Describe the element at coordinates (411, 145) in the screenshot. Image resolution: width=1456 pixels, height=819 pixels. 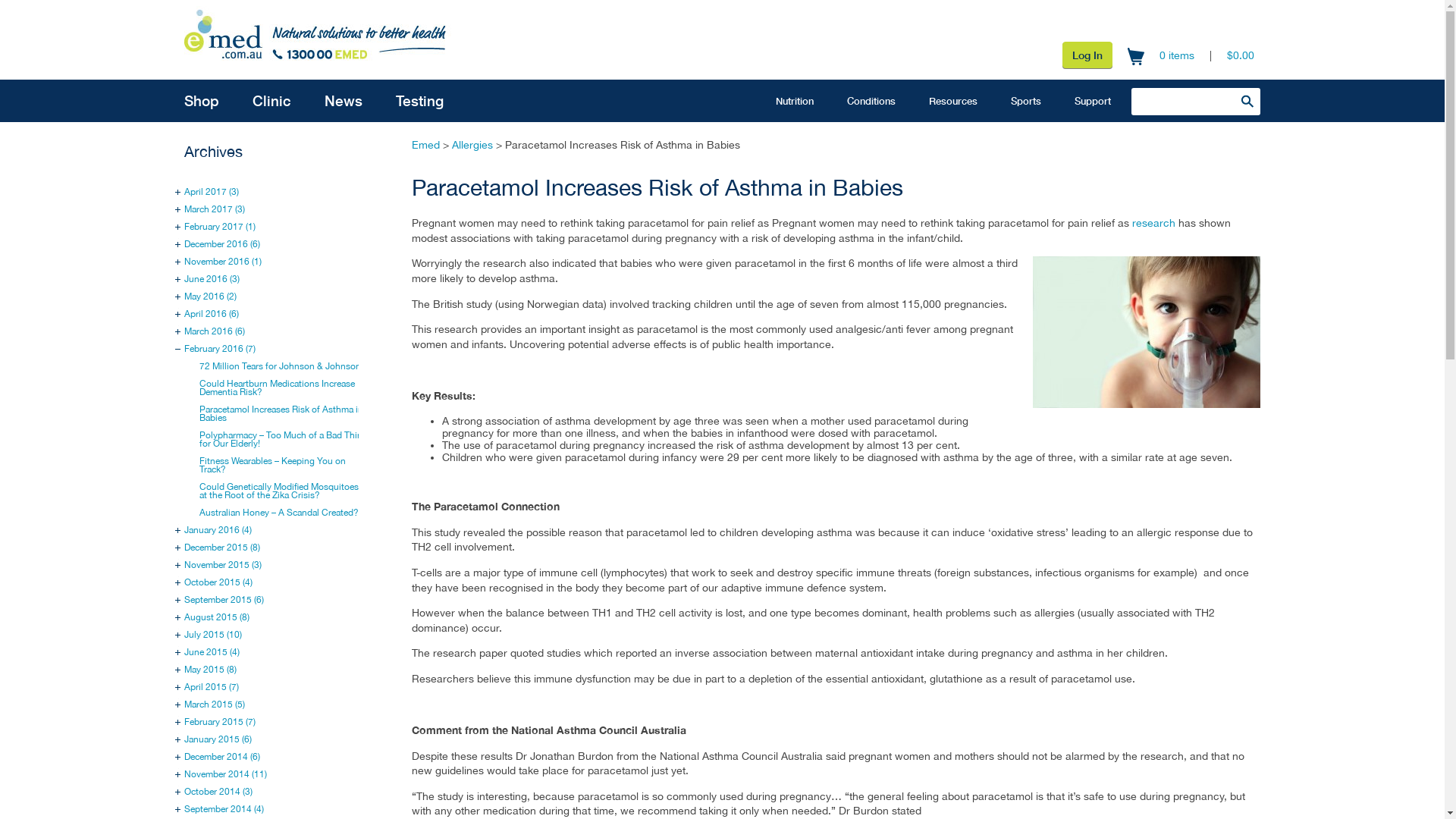
I see `'Emed'` at that location.